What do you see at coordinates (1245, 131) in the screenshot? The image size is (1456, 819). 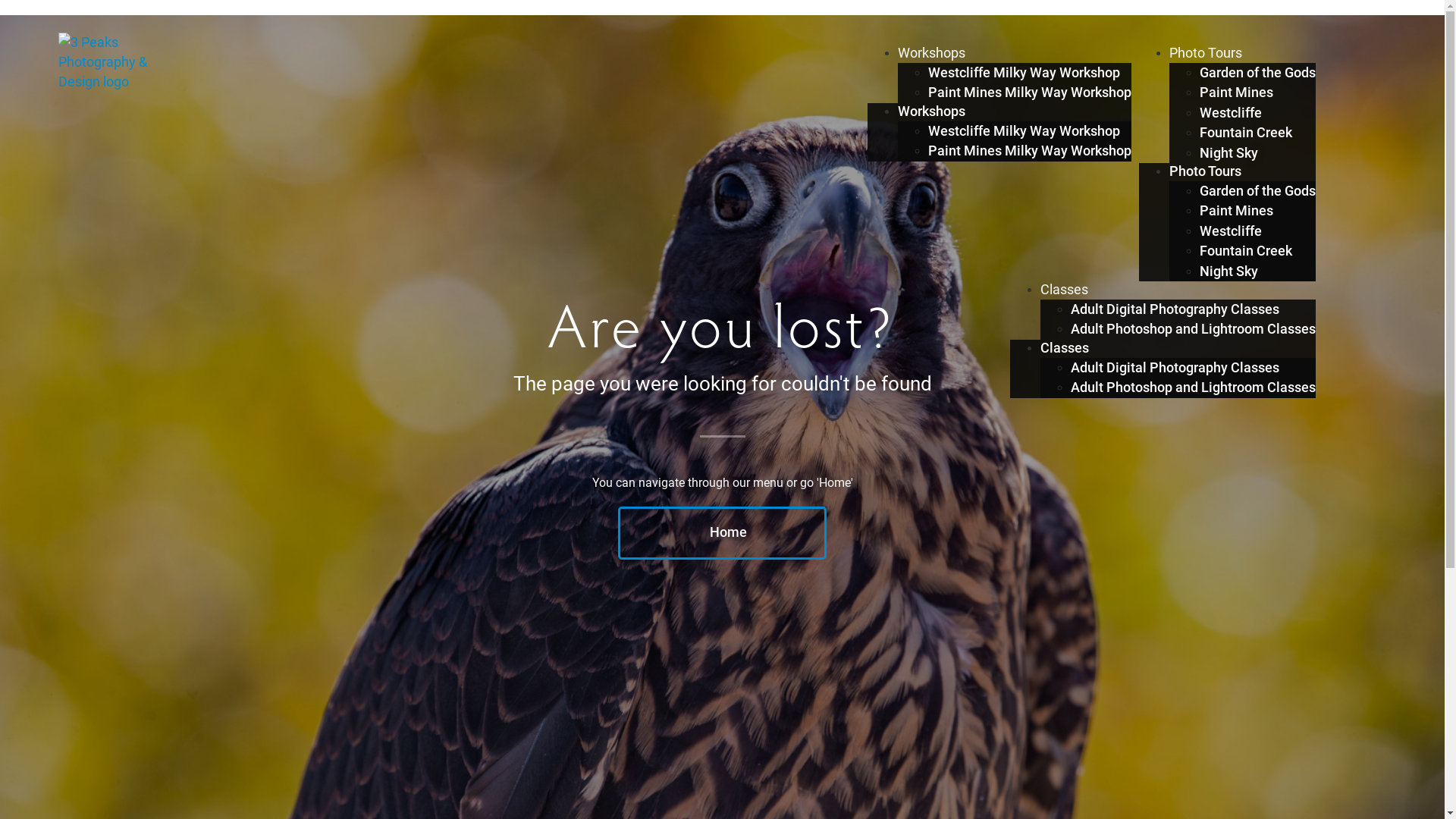 I see `'Fountain Creek'` at bounding box center [1245, 131].